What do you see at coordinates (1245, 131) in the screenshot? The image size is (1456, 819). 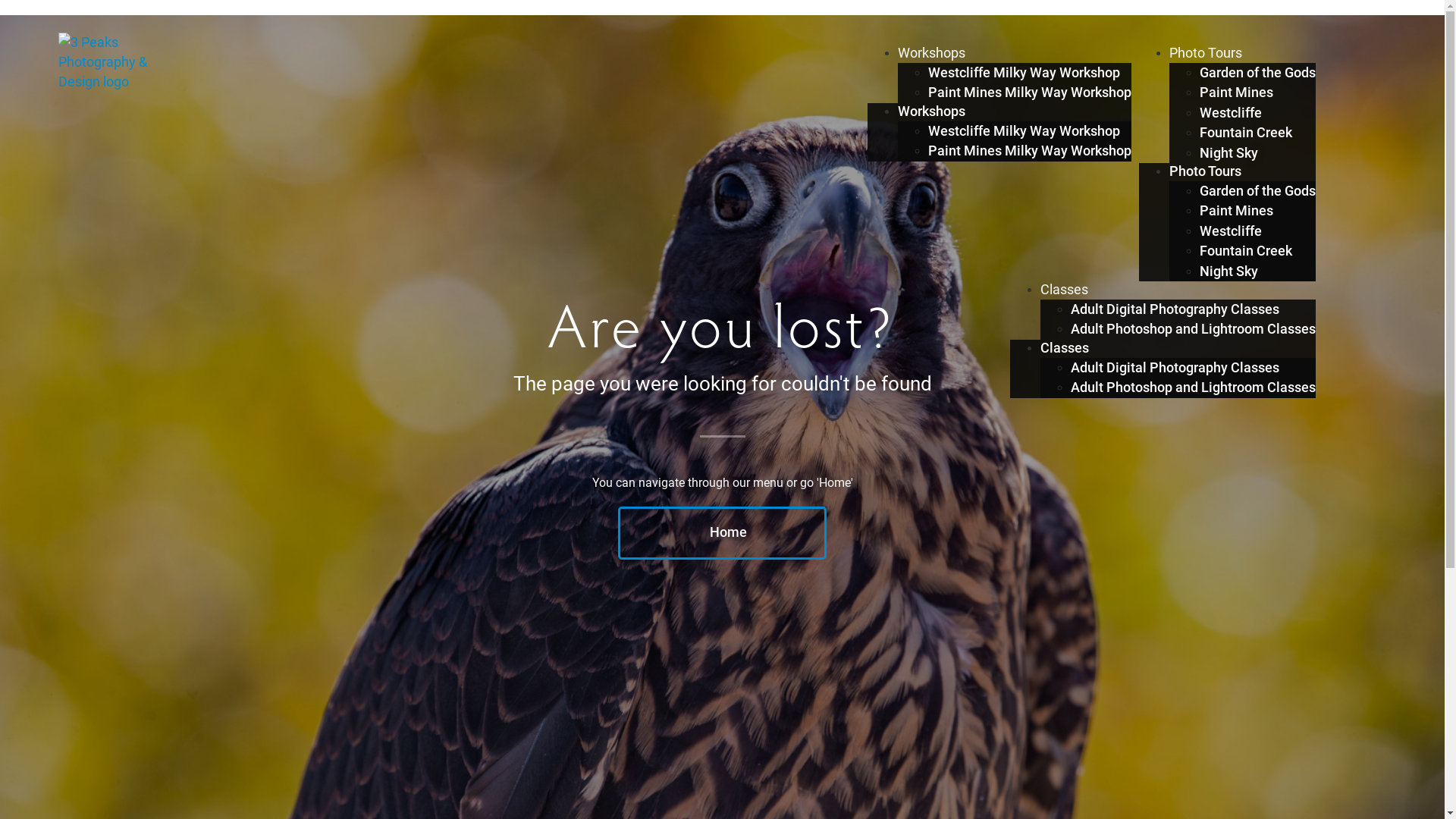 I see `'Fountain Creek'` at bounding box center [1245, 131].